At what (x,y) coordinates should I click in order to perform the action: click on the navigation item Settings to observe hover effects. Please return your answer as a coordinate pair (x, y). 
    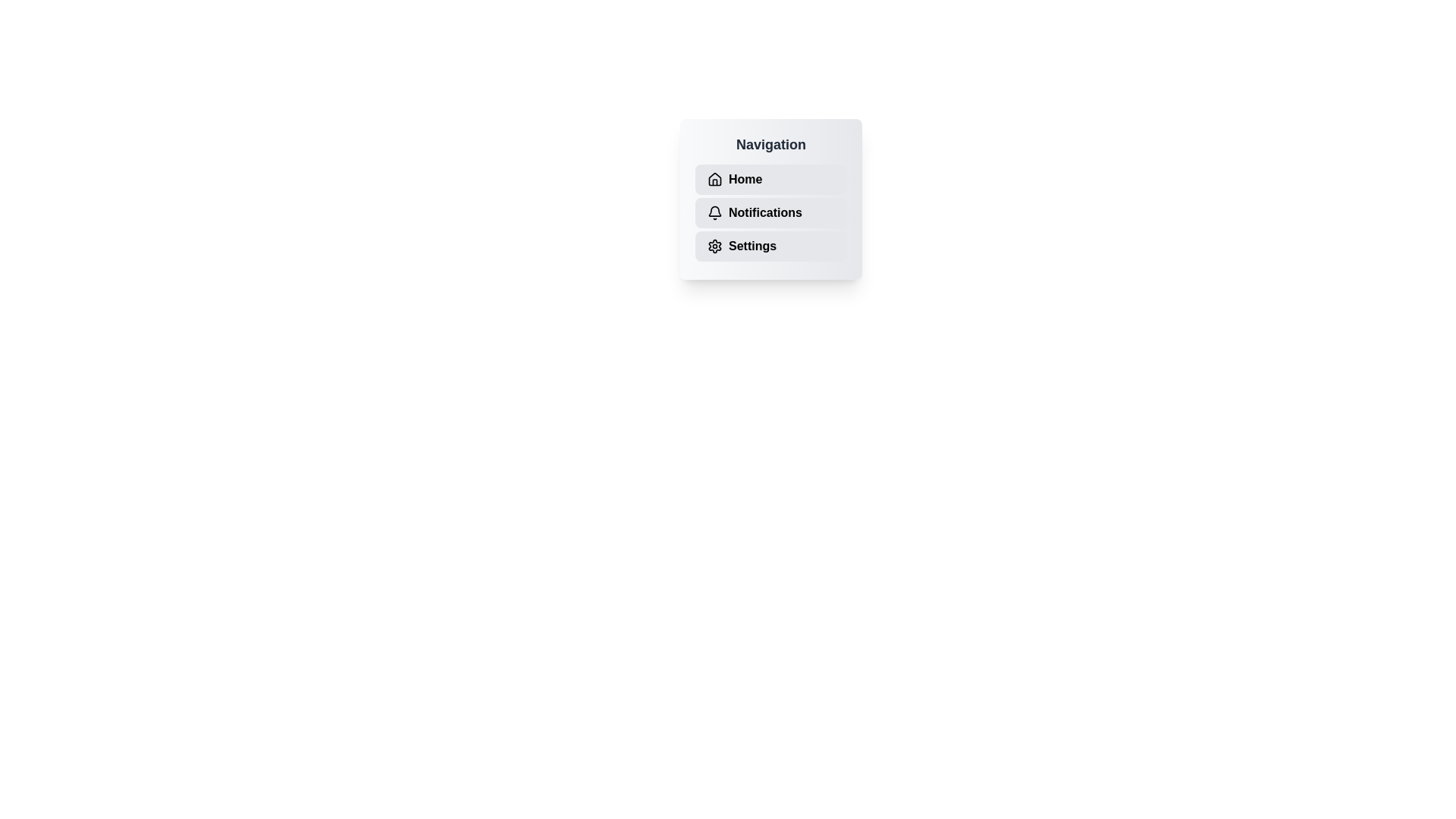
    Looking at the image, I should click on (771, 245).